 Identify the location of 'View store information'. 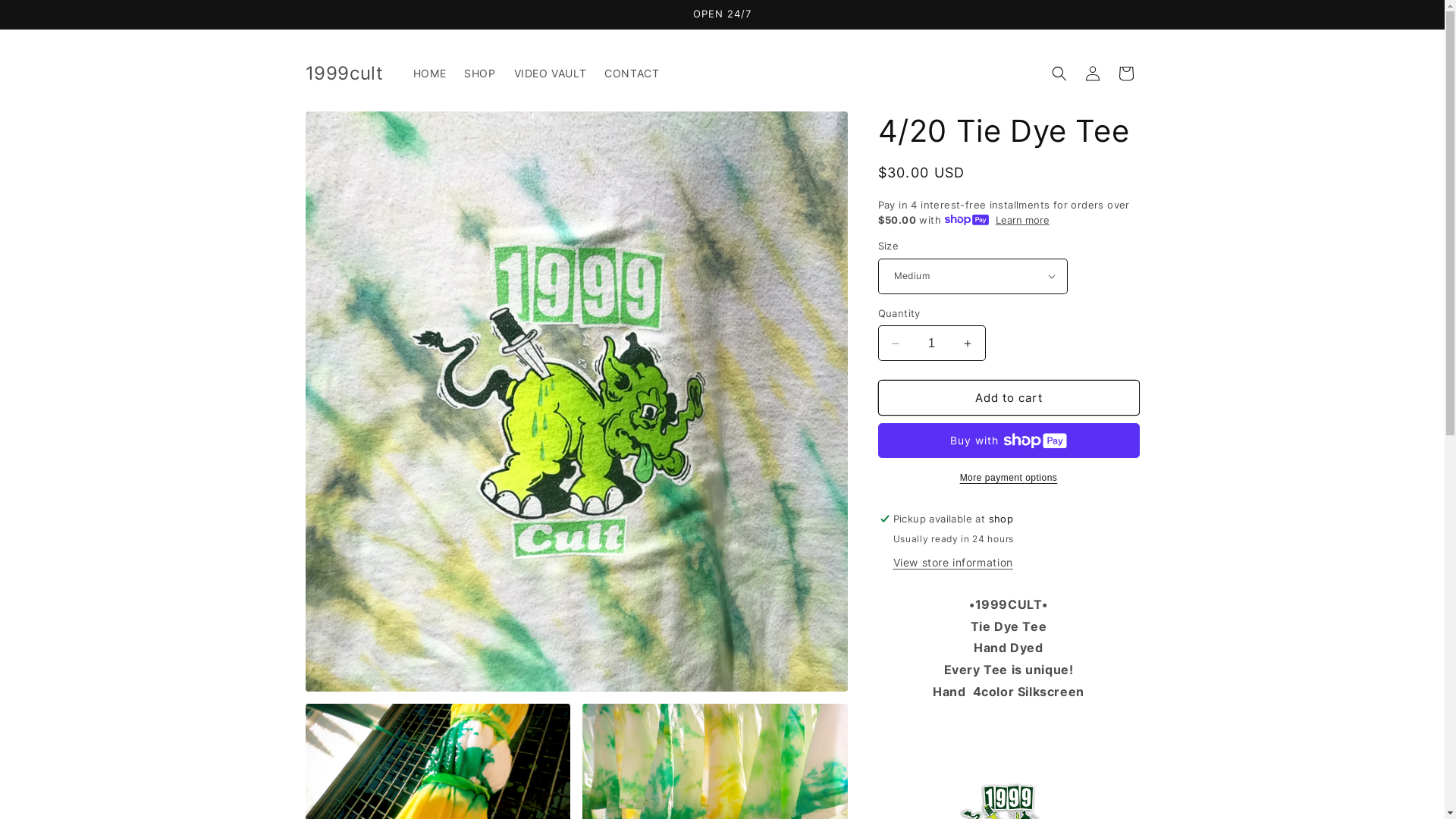
(952, 563).